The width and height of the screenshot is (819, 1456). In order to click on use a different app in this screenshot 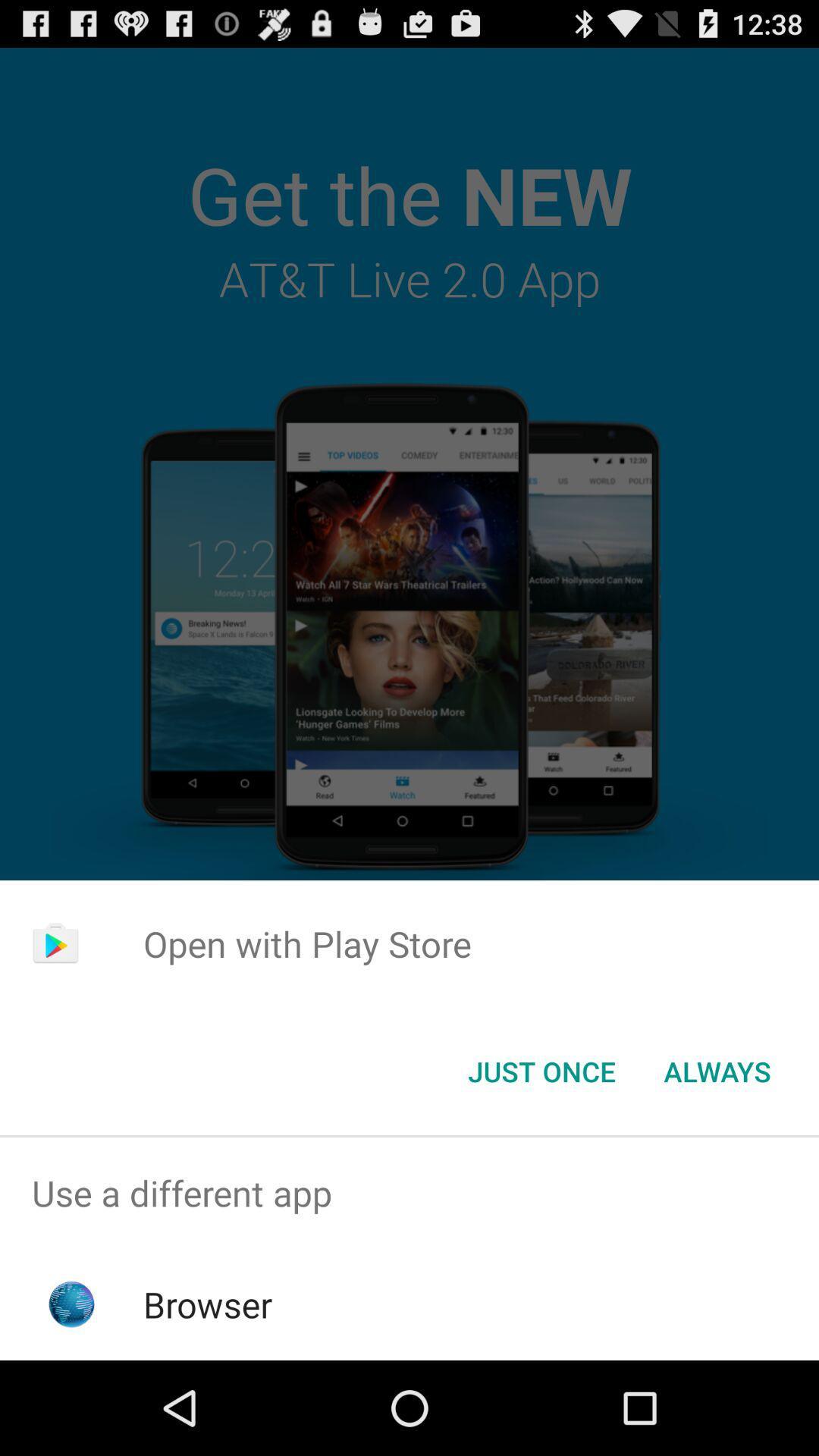, I will do `click(409, 1192)`.